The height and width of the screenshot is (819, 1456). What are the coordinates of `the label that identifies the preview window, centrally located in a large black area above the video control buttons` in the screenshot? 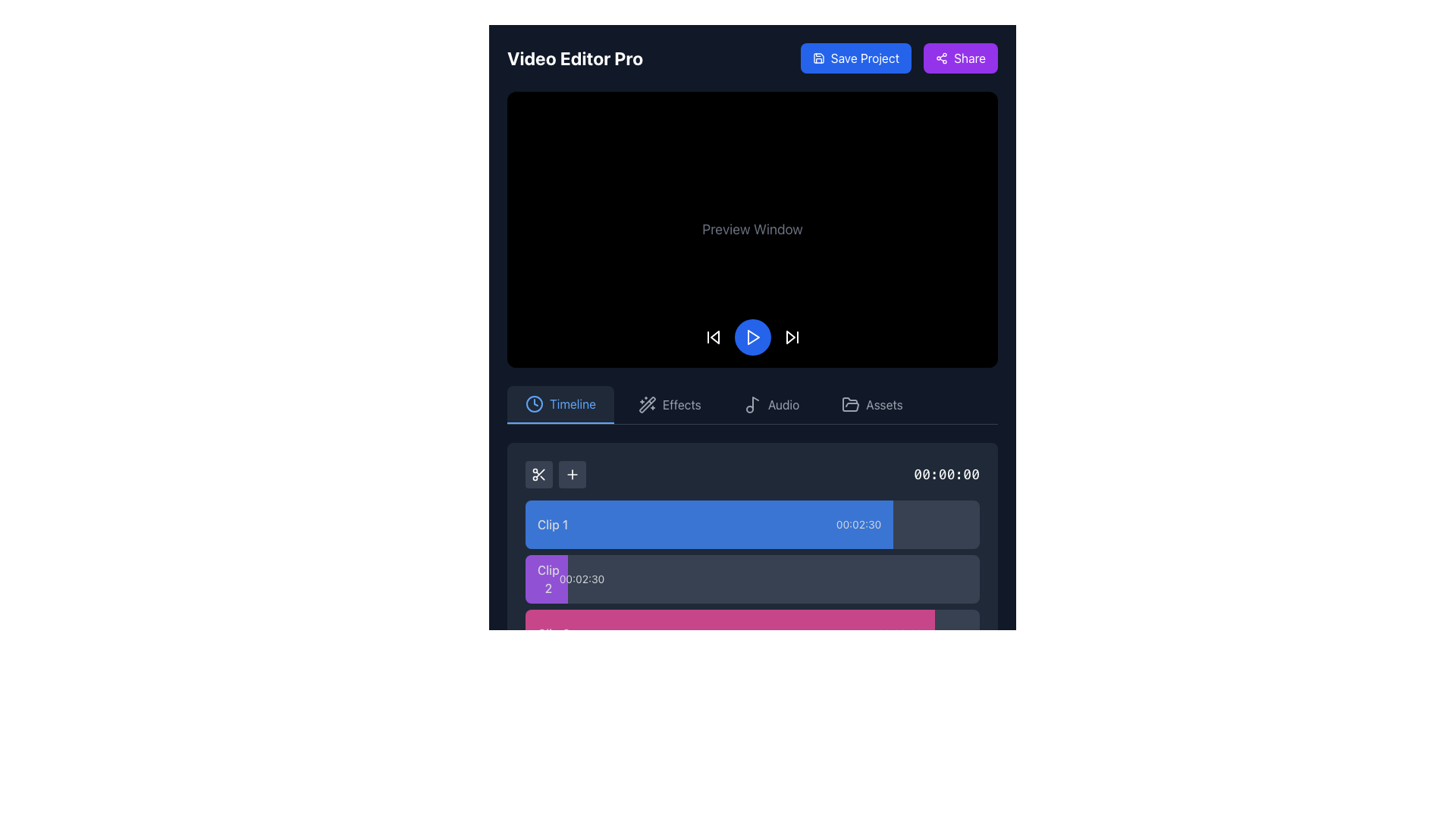 It's located at (752, 229).